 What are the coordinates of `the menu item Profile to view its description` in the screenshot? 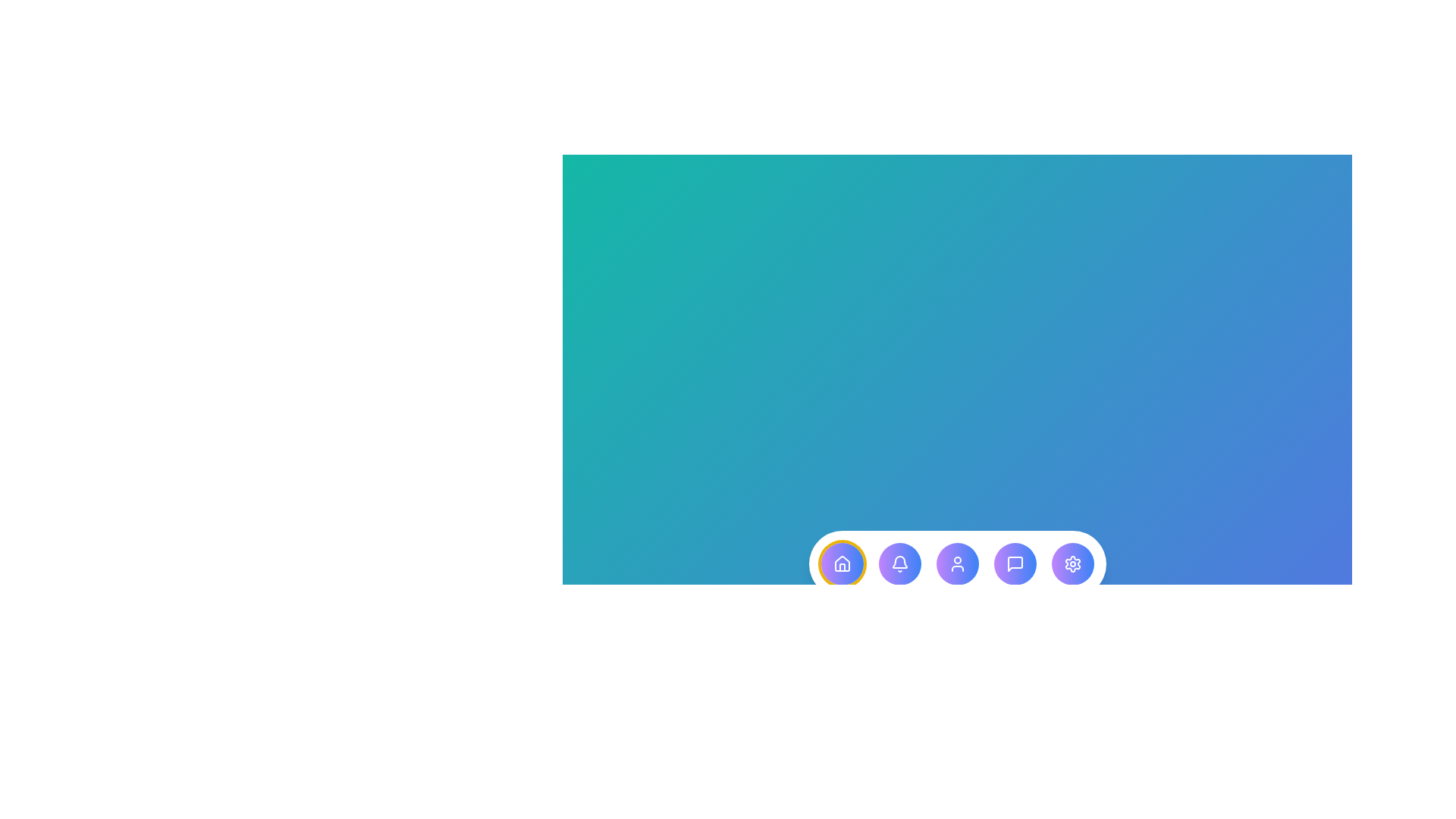 It's located at (956, 564).